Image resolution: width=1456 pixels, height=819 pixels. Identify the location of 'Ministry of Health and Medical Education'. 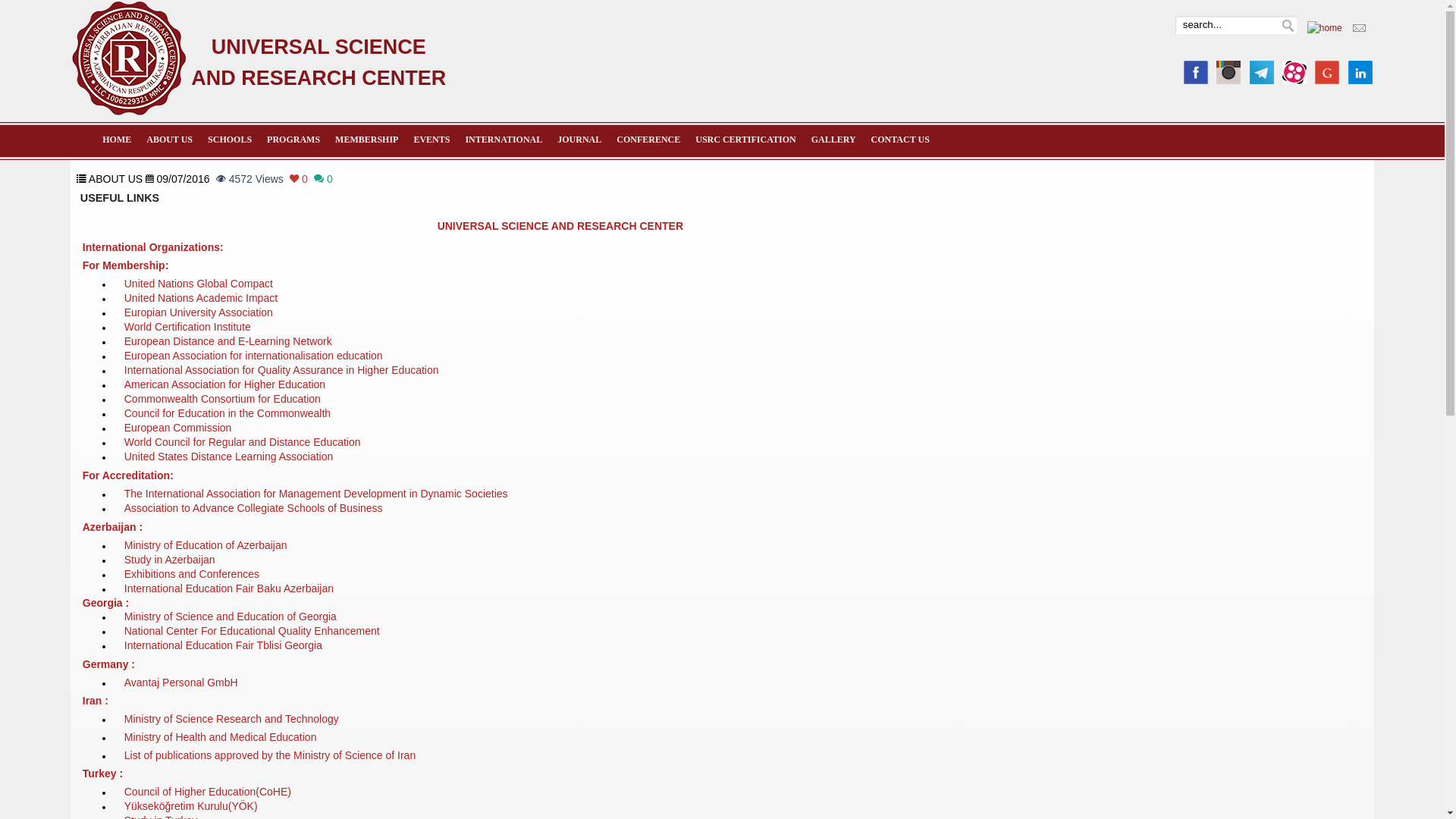
(220, 736).